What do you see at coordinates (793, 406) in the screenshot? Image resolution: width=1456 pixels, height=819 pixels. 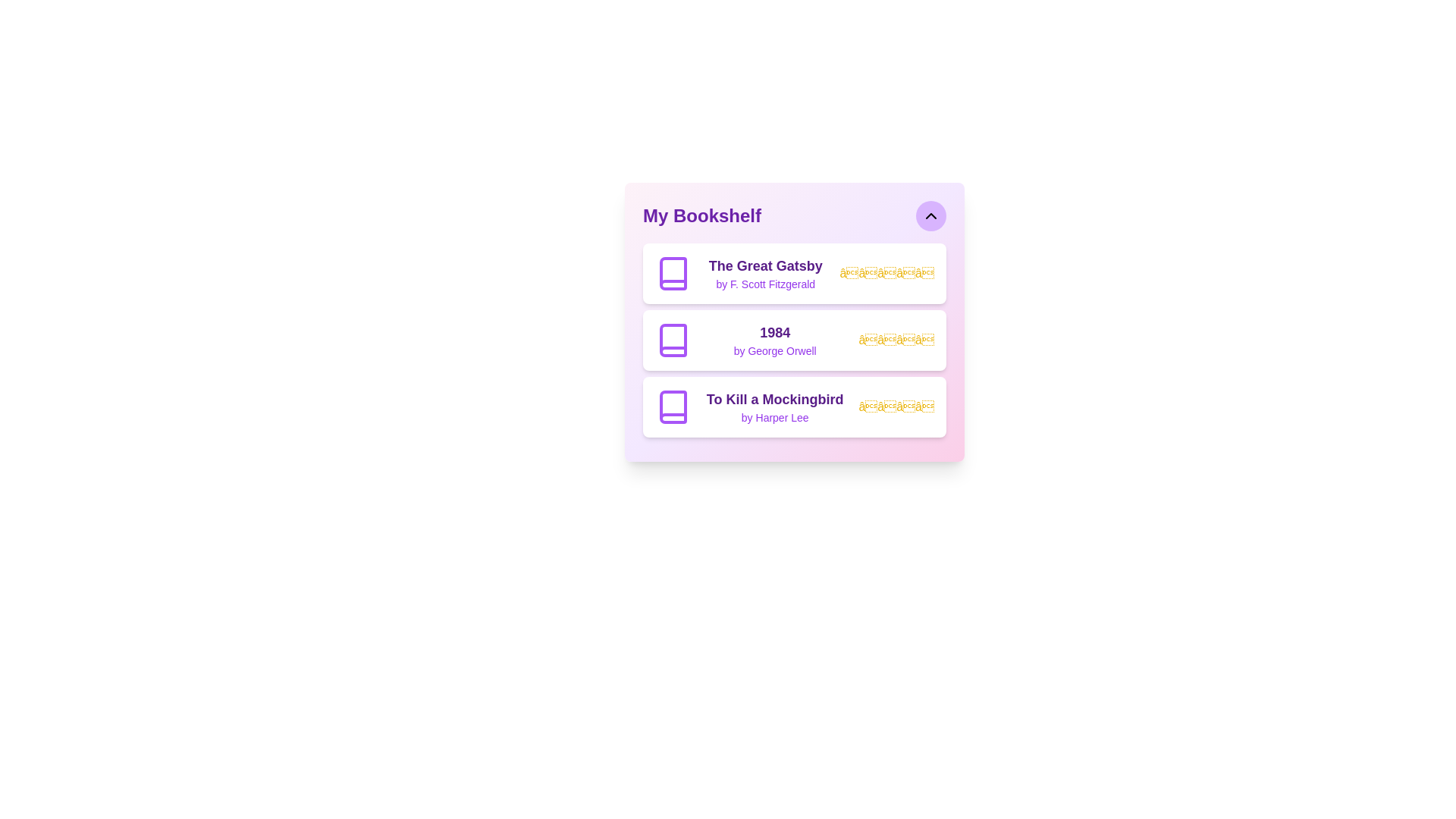 I see `the book titled To Kill a Mockingbird from the list` at bounding box center [793, 406].